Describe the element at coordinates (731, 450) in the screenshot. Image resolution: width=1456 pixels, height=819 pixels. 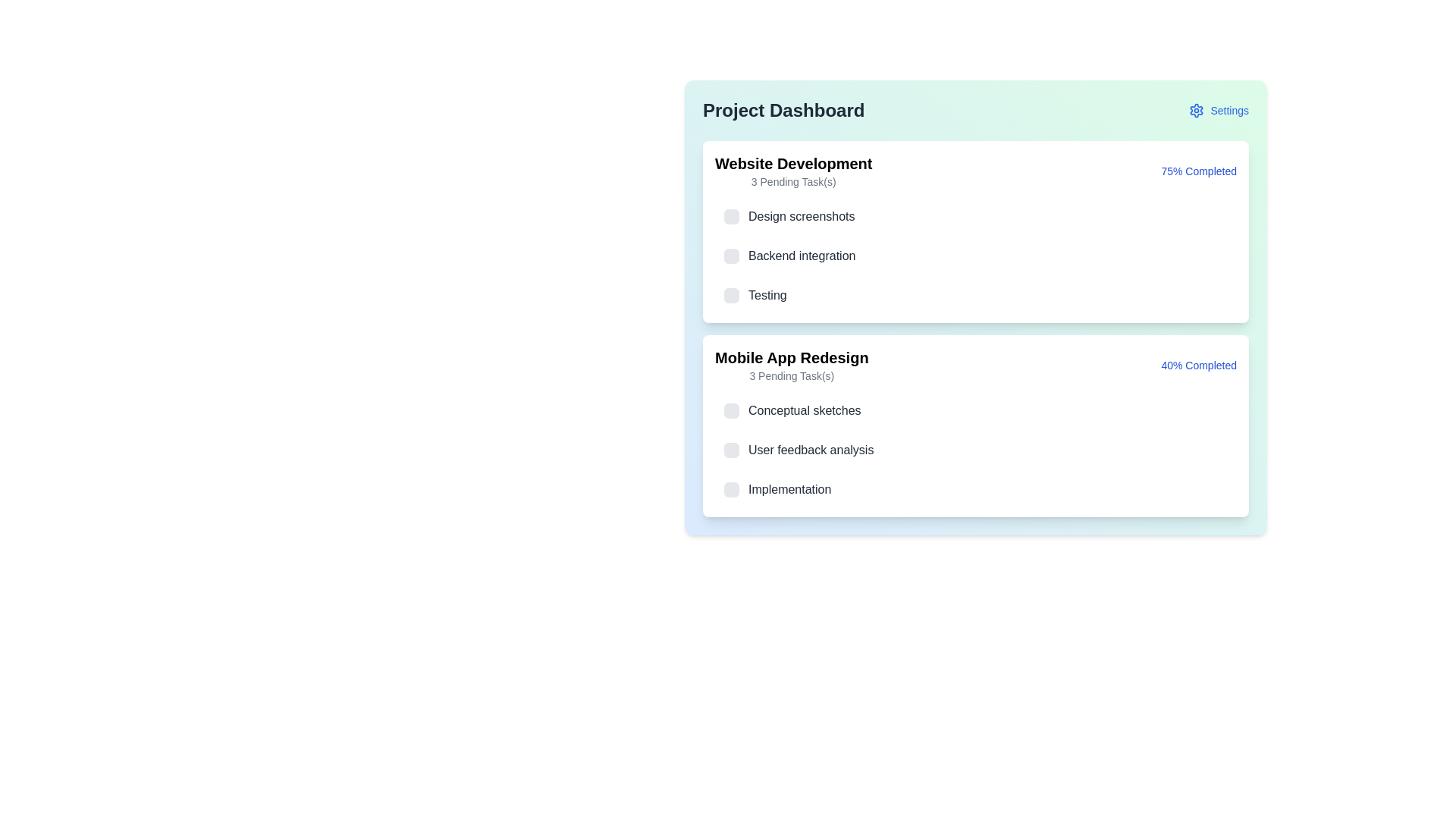
I see `the checkbox associated with the task labeled 'User feedback analysis'` at that location.